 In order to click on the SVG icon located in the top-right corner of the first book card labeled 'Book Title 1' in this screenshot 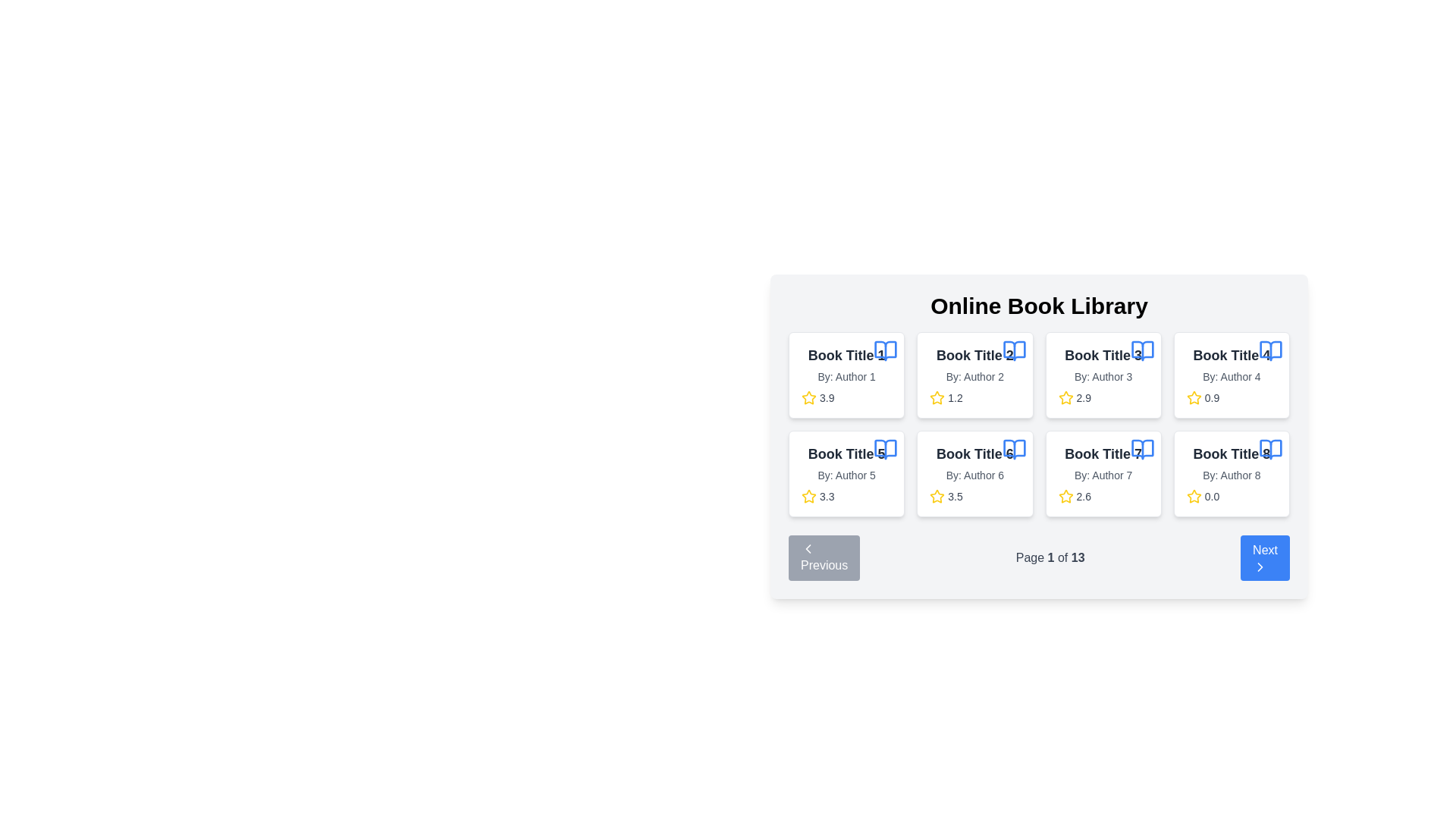, I will do `click(886, 350)`.